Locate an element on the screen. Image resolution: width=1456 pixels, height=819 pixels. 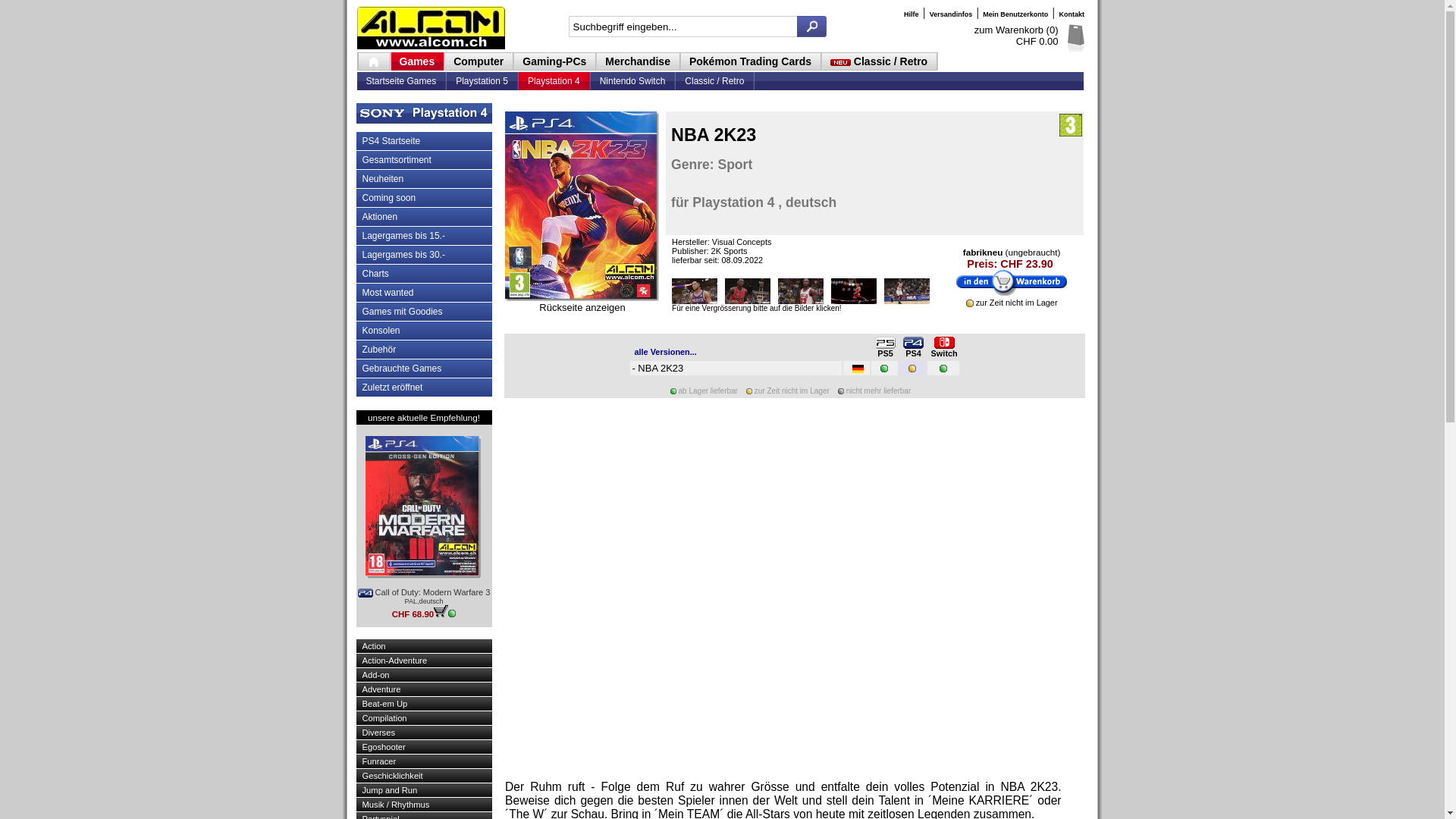
'Kontakt ' is located at coordinates (1055, 14).